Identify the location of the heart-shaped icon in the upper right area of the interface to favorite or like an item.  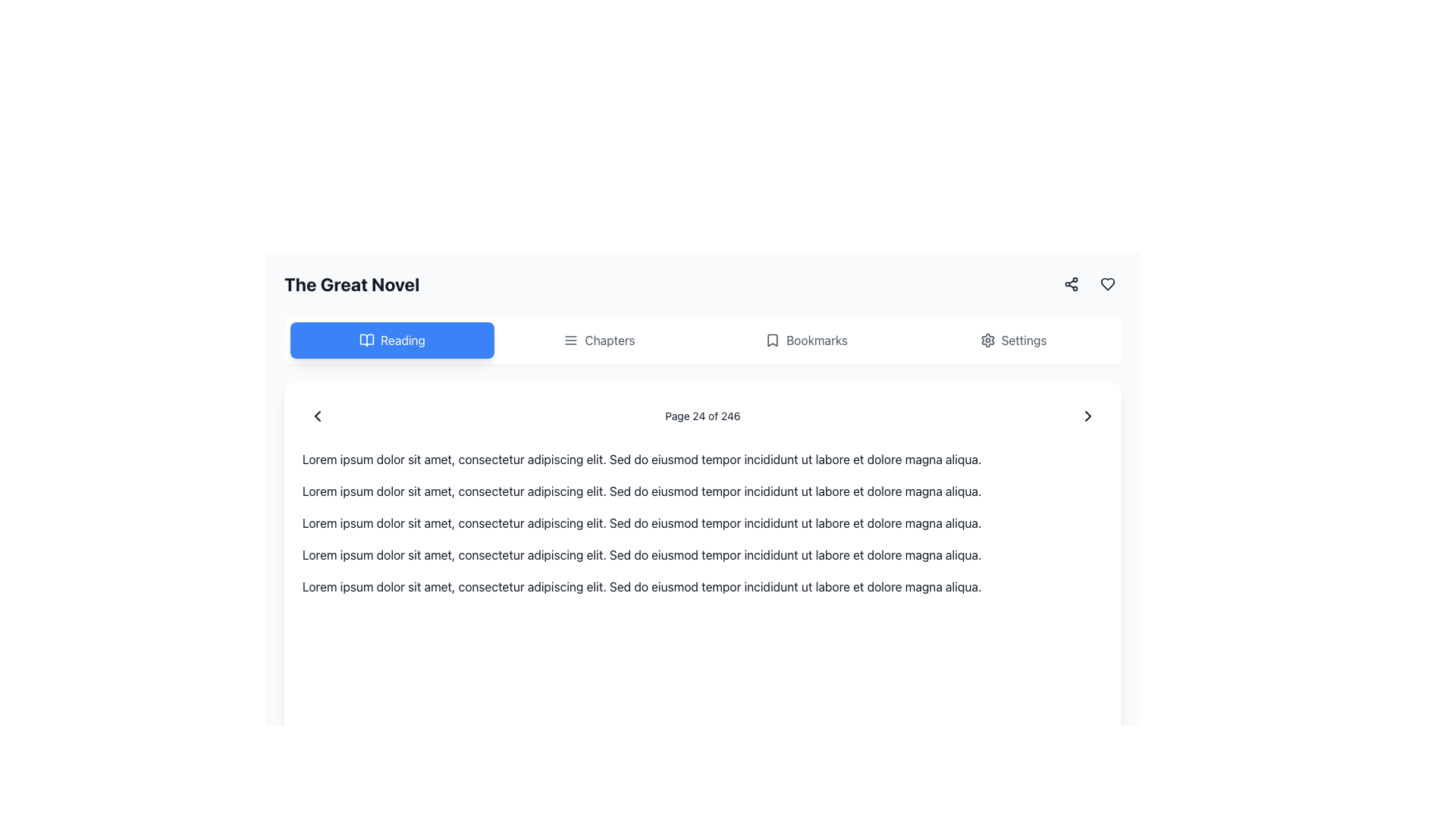
(1107, 284).